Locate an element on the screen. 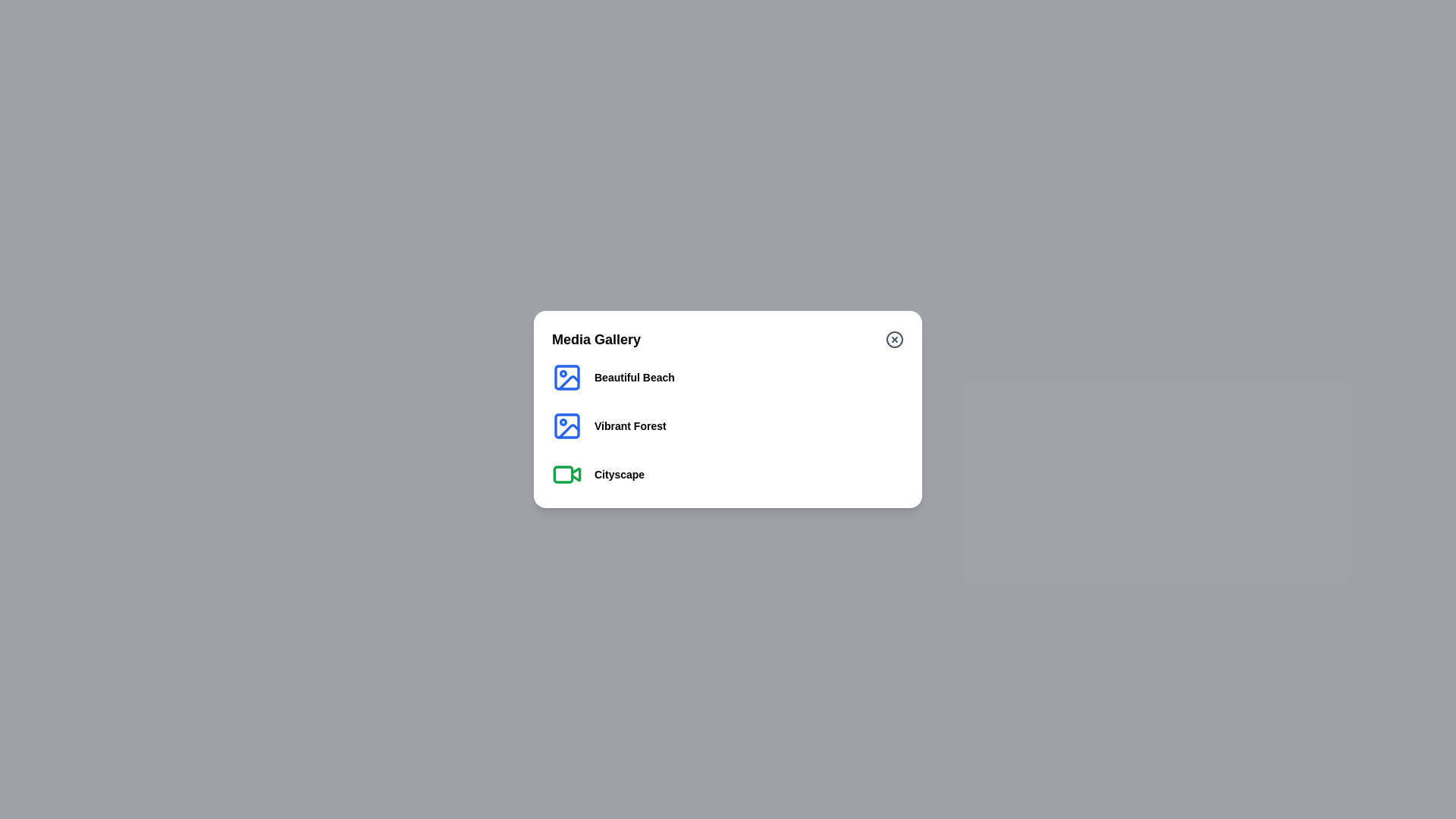 Image resolution: width=1456 pixels, height=819 pixels. the media item titled Vibrant Forest is located at coordinates (630, 426).